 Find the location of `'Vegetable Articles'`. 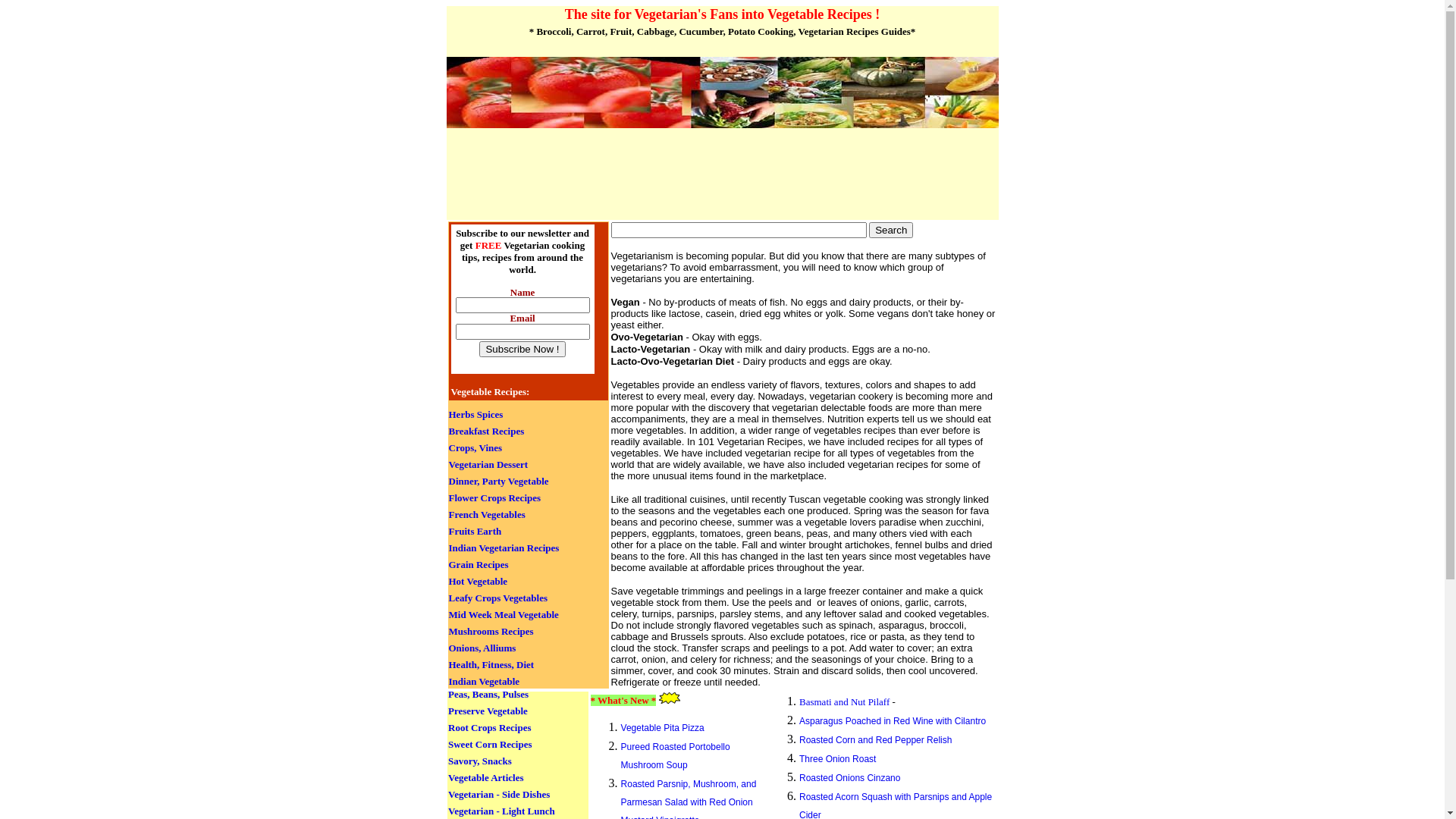

'Vegetable Articles' is located at coordinates (447, 777).